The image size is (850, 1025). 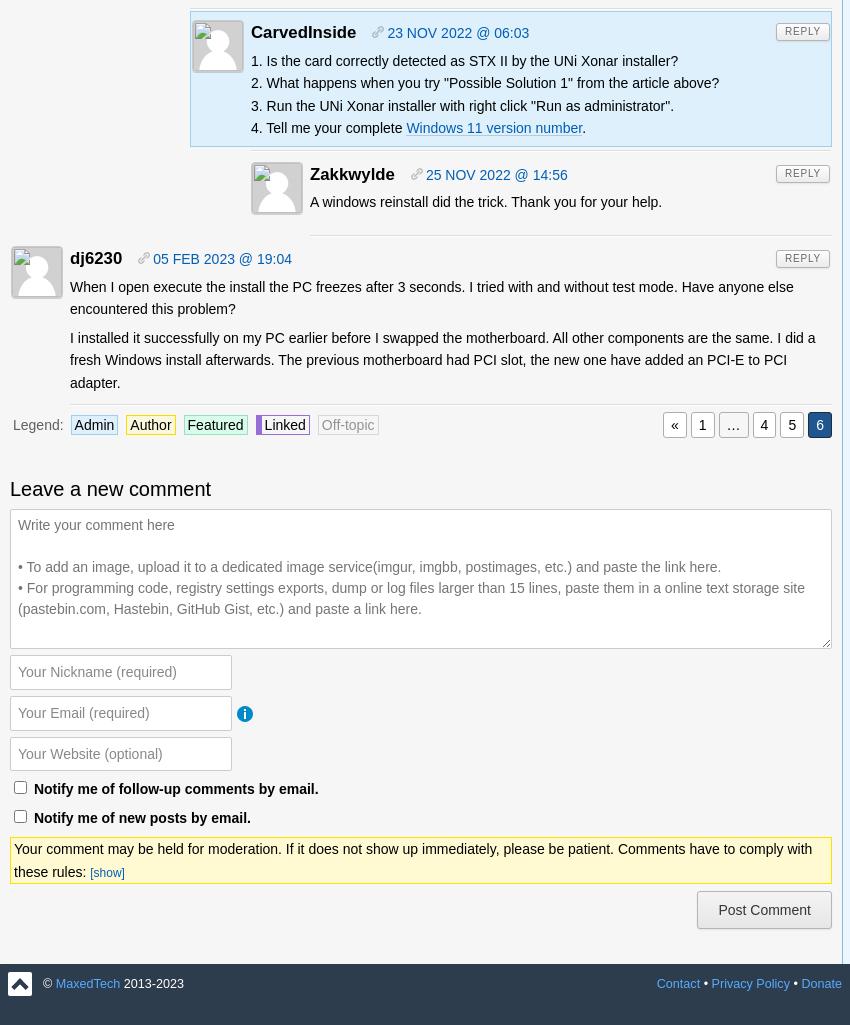 I want to click on 'When I open execute the install the PC freezes after 3 seconds. I tried with and without test mode. Have anyone else encountered this problem?', so click(x=430, y=297).